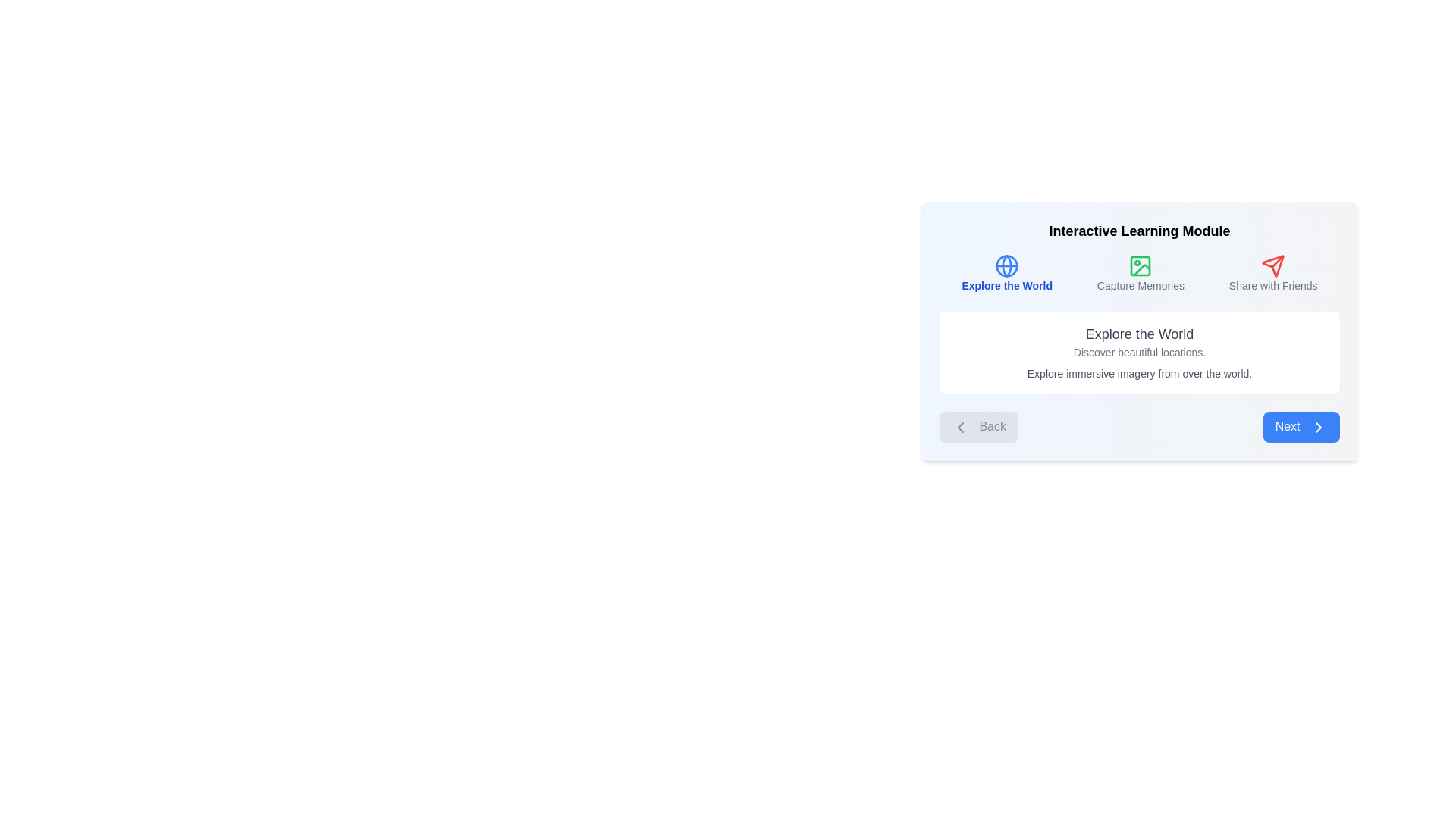  Describe the element at coordinates (1007, 286) in the screenshot. I see `the text label that reads 'Explore the World', which is styled in a small-sized, bold blue font and positioned below a globe icon on the left side of the interface` at that location.